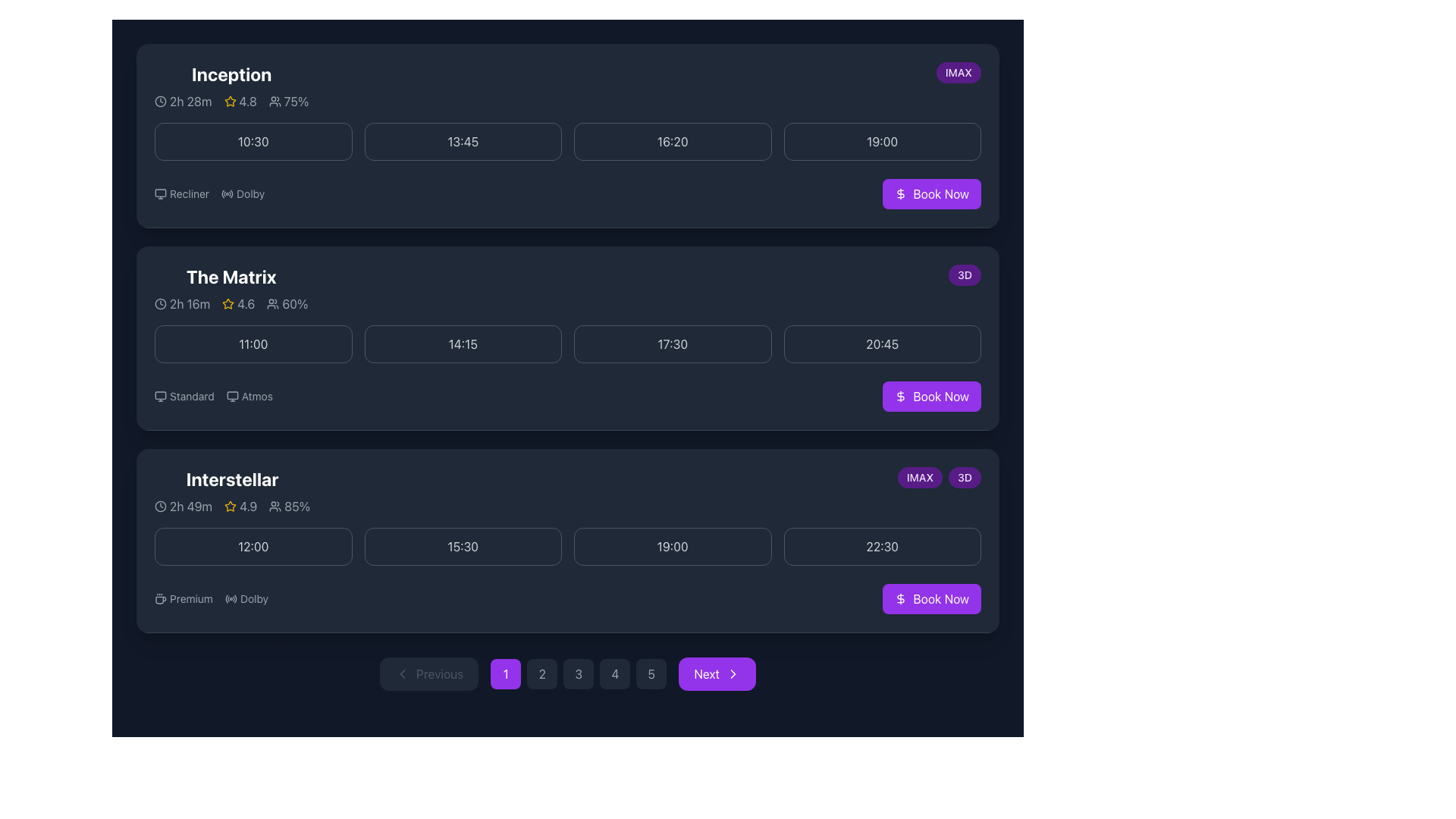 The image size is (1456, 819). I want to click on the button displaying '11:00' in bold white font with rounded corners, so click(253, 344).